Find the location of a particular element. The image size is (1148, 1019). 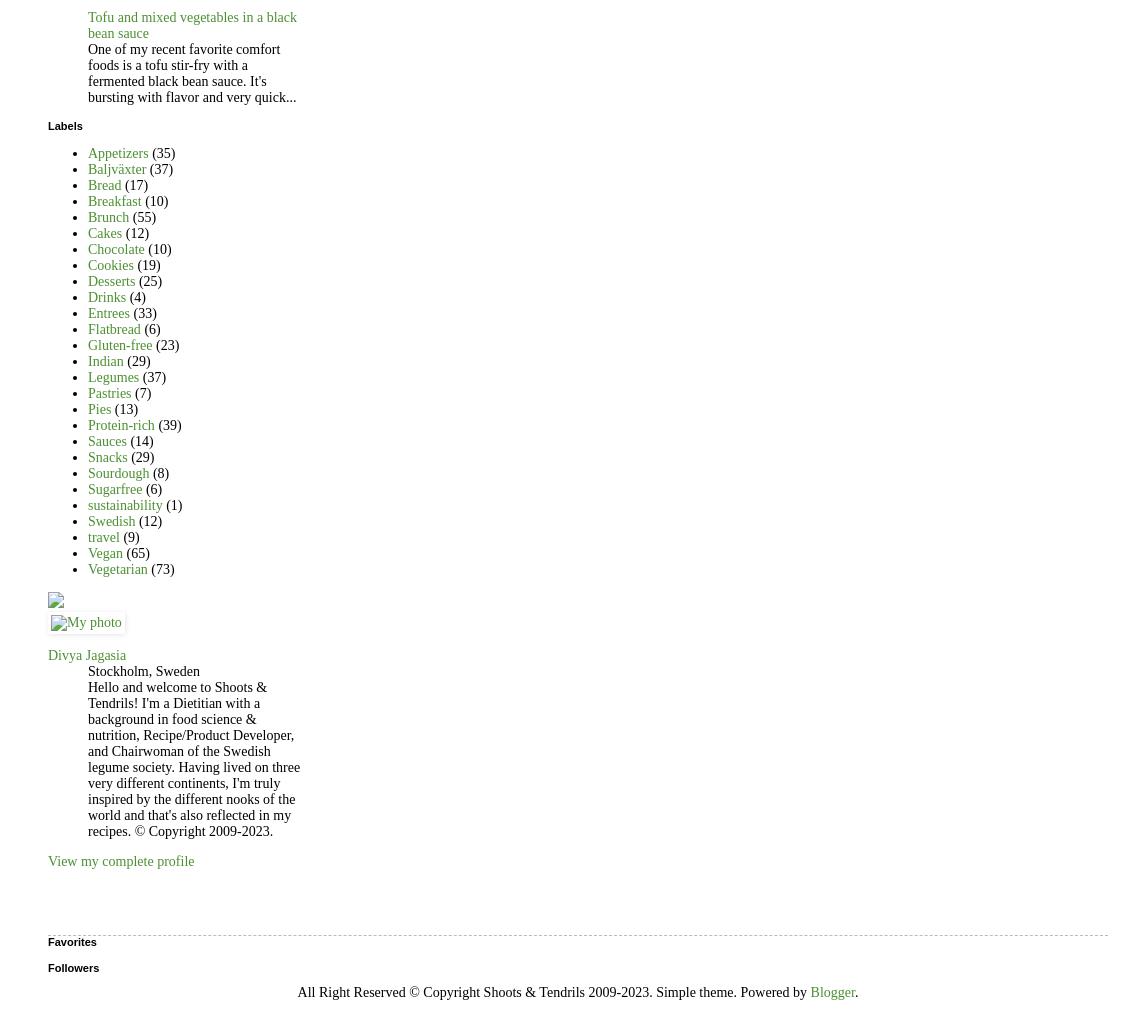

'(73)' is located at coordinates (162, 567).